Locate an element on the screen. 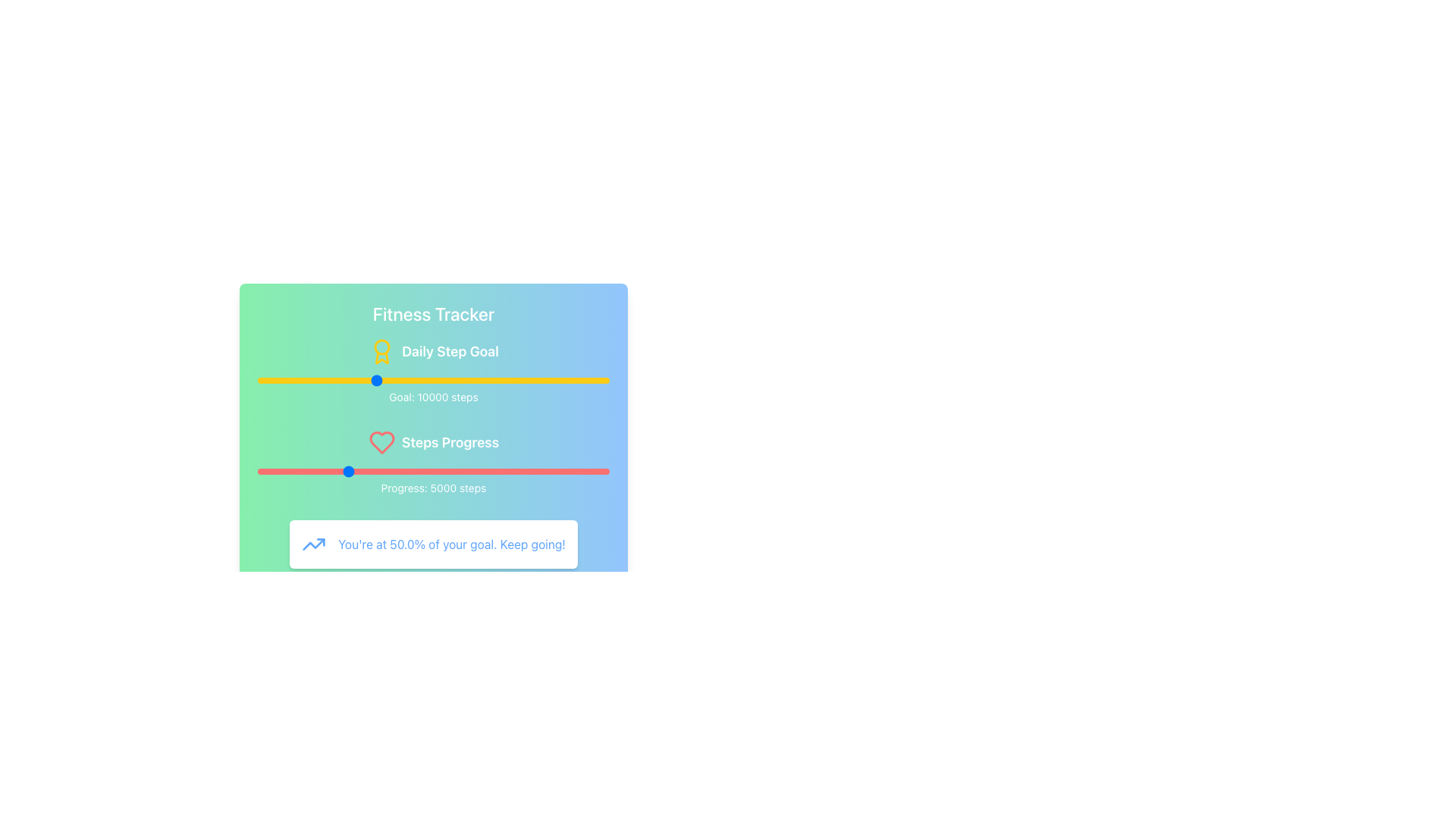  the medal icon representing the 'Daily Step Goal' feature, located to the left of the text 'Daily Step Goal' in the Fitness Tracker interface is located at coordinates (382, 351).